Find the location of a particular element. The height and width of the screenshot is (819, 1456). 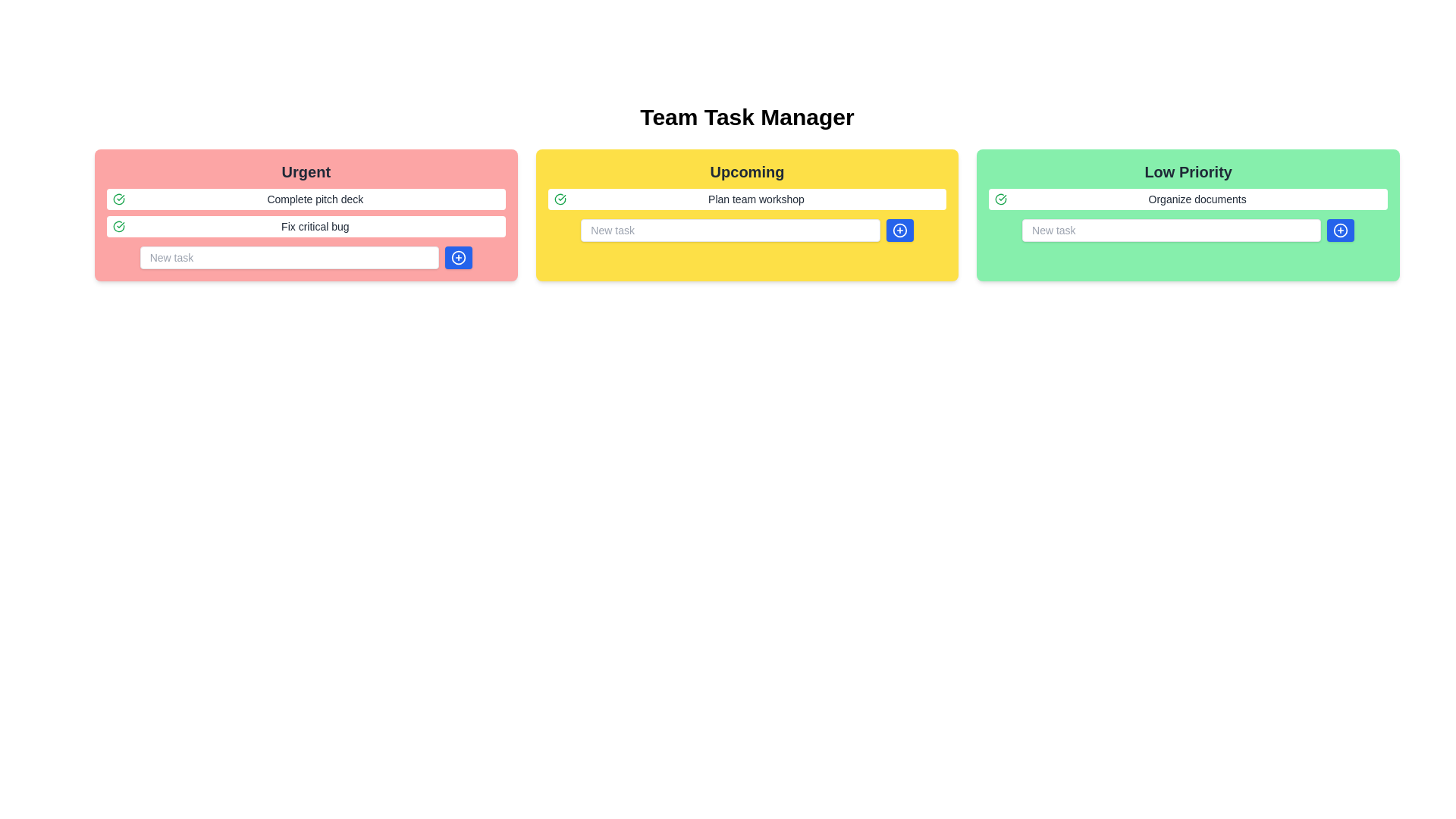

the completion indicator icon located on the left side of the 'Low Priority' task group, adjacent to the text 'Organize documents', to confirm task completion is located at coordinates (1001, 198).